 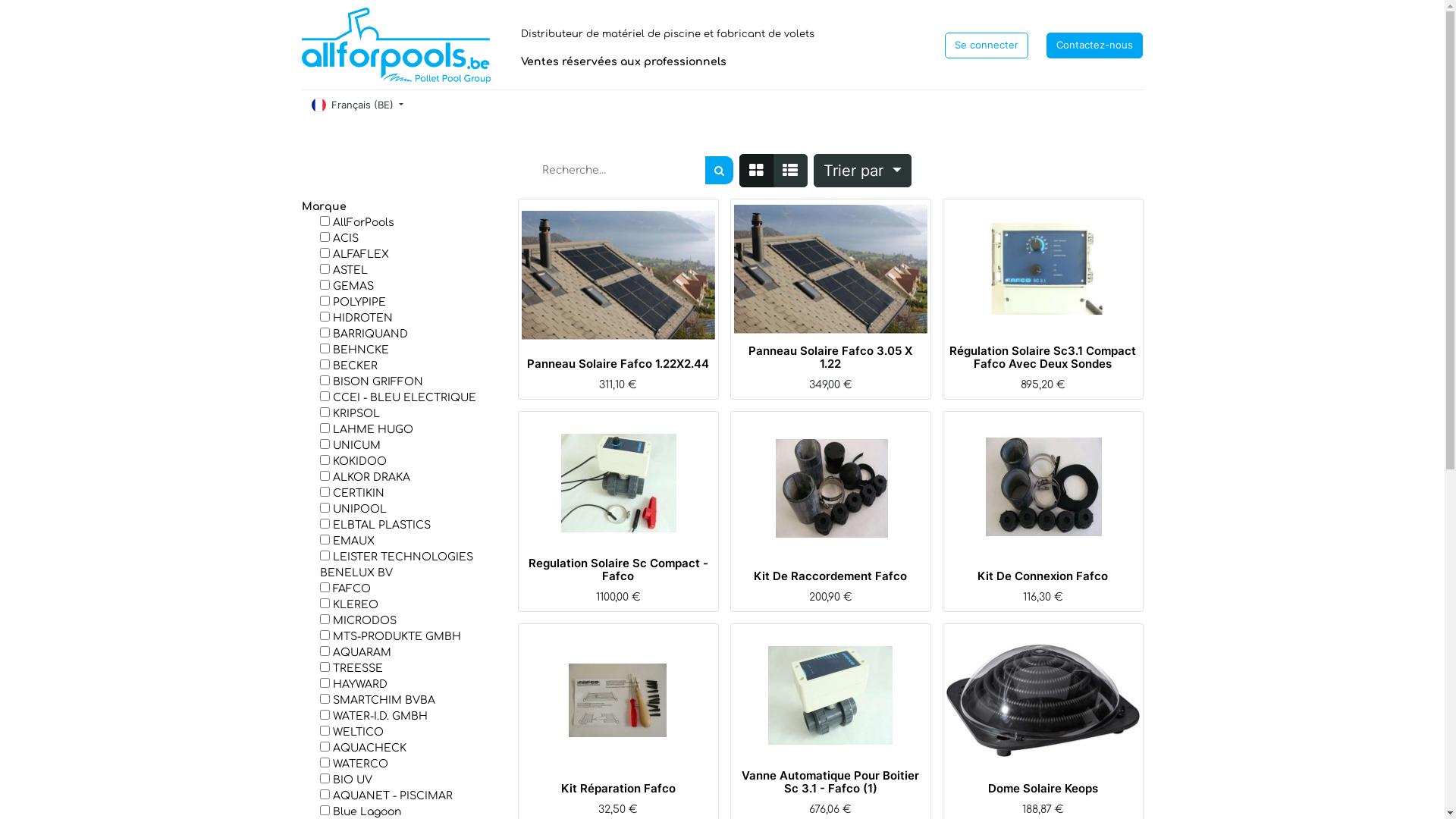 I want to click on 'Contactez-nous', so click(x=1094, y=45).